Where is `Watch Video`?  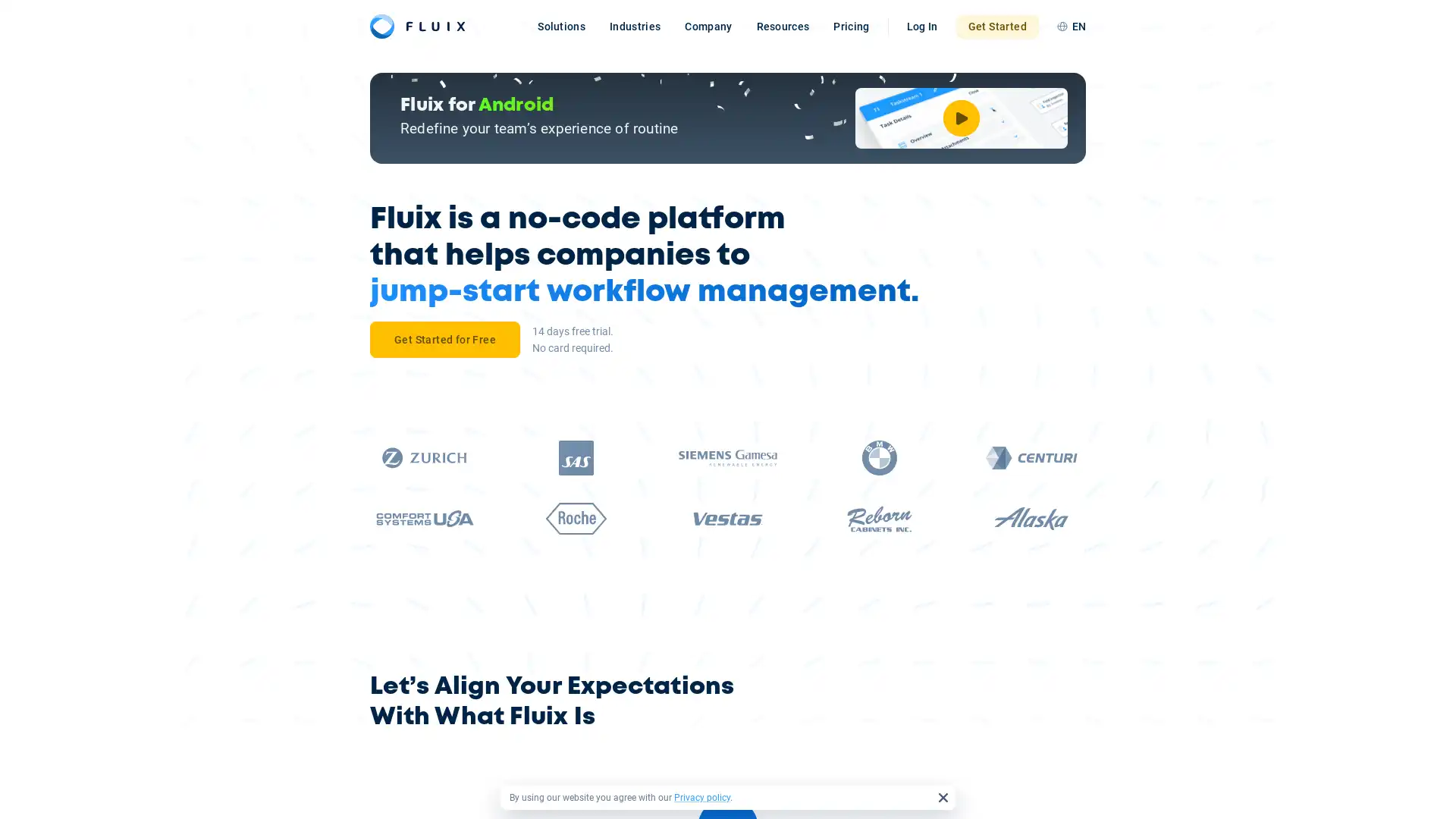
Watch Video is located at coordinates (960, 117).